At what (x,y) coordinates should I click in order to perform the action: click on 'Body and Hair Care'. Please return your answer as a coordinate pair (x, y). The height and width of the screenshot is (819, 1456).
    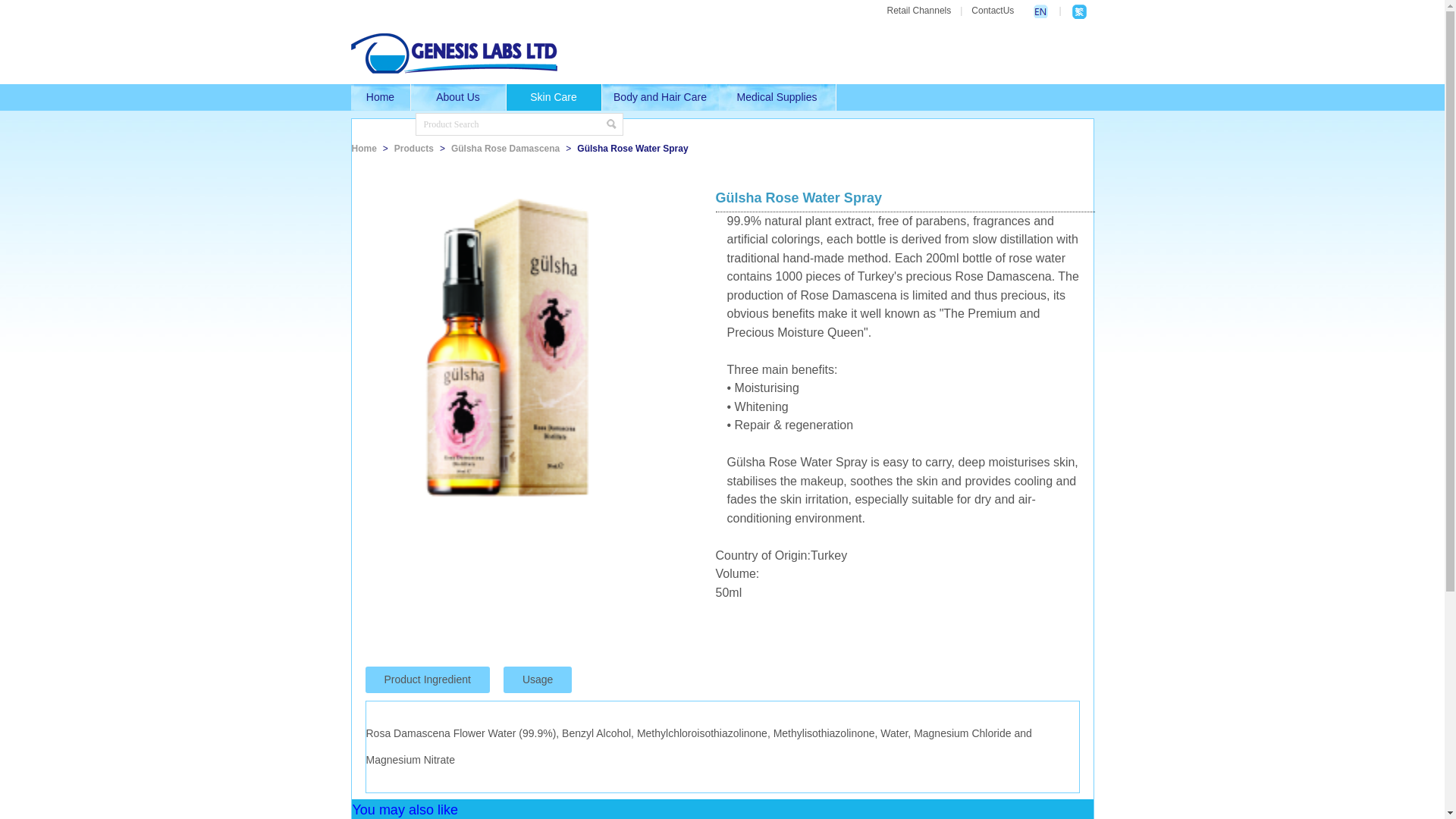
    Looking at the image, I should click on (601, 97).